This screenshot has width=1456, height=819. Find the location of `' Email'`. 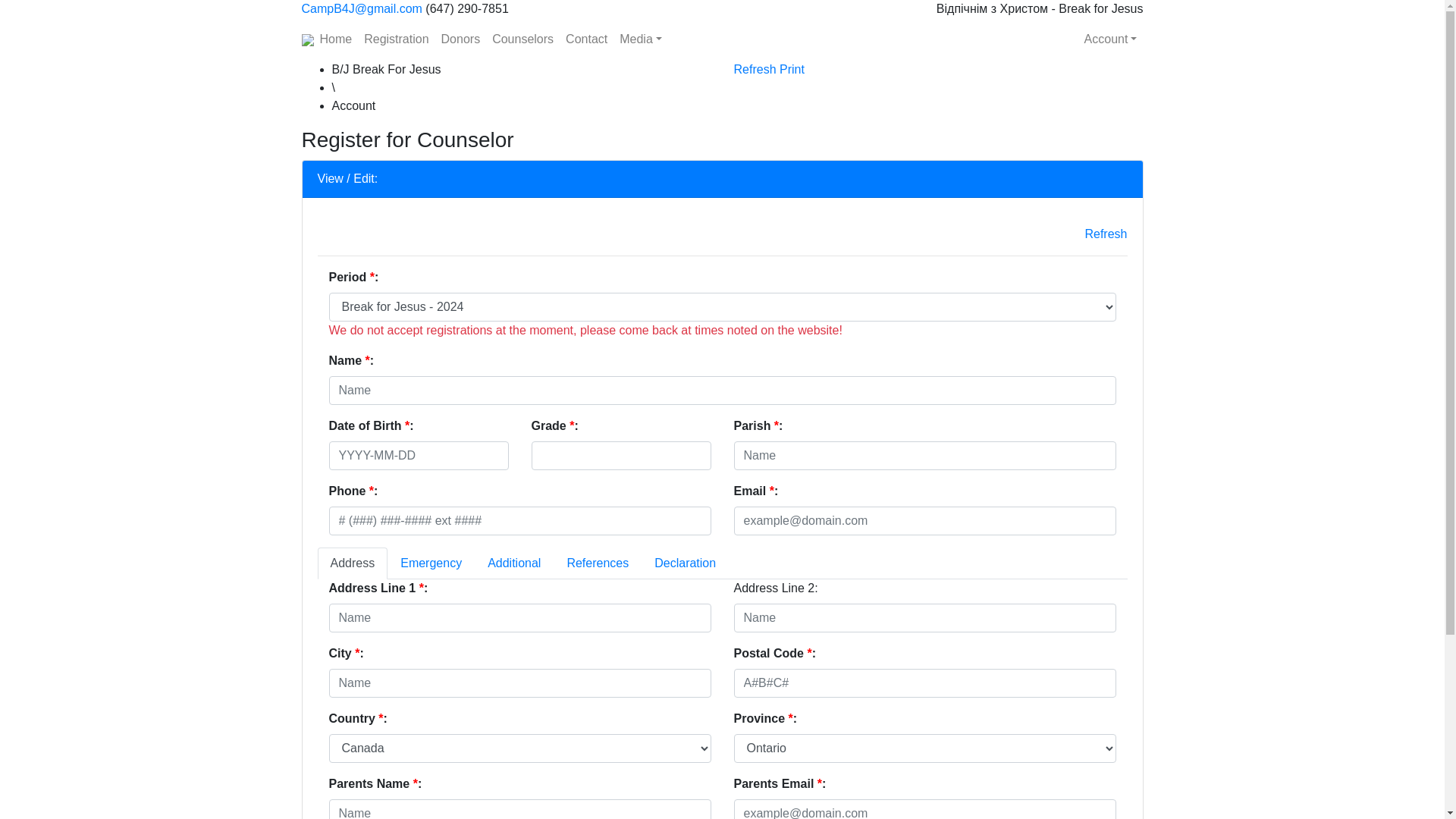

' Email' is located at coordinates (924, 519).